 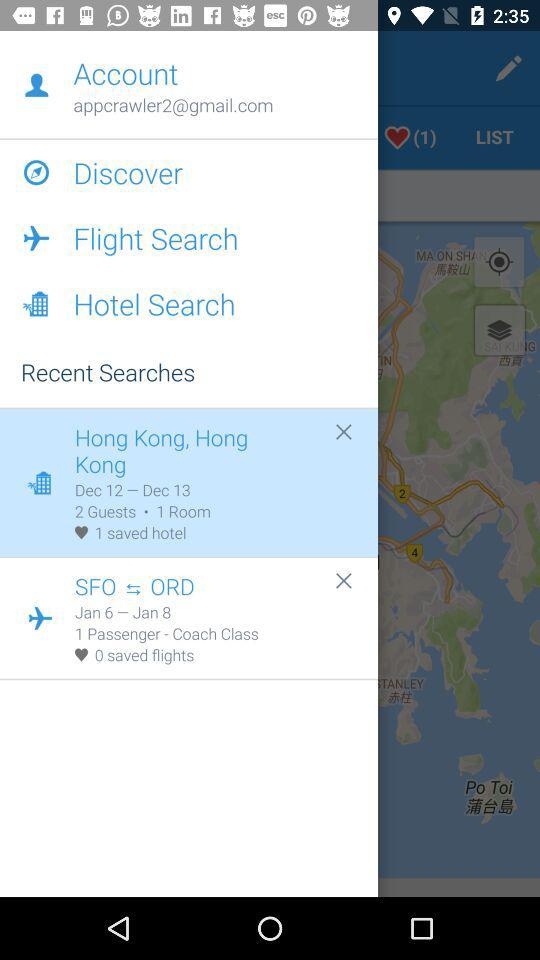 I want to click on the layers icon, so click(x=498, y=330).